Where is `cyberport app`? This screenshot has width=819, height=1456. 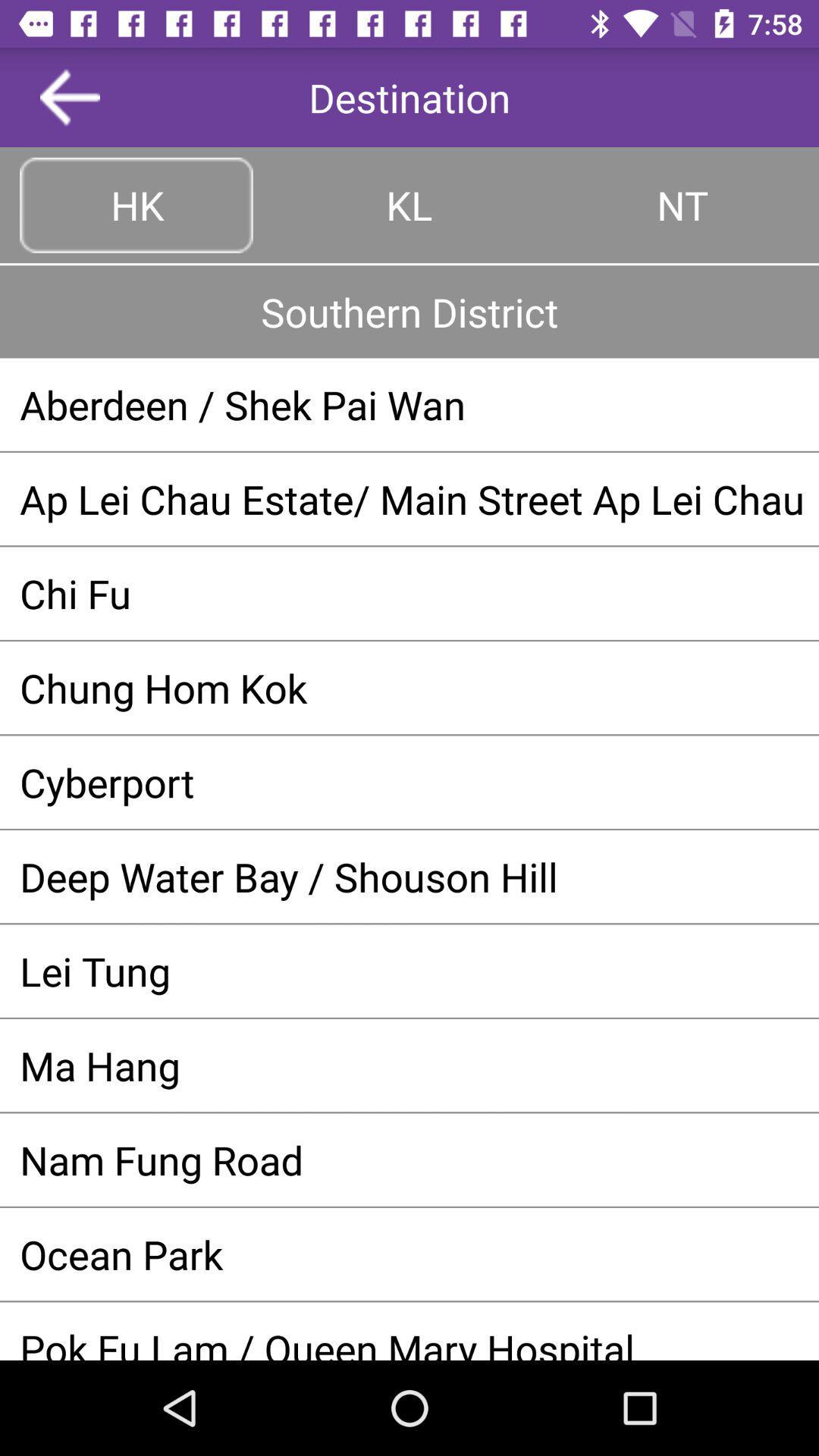
cyberport app is located at coordinates (409, 782).